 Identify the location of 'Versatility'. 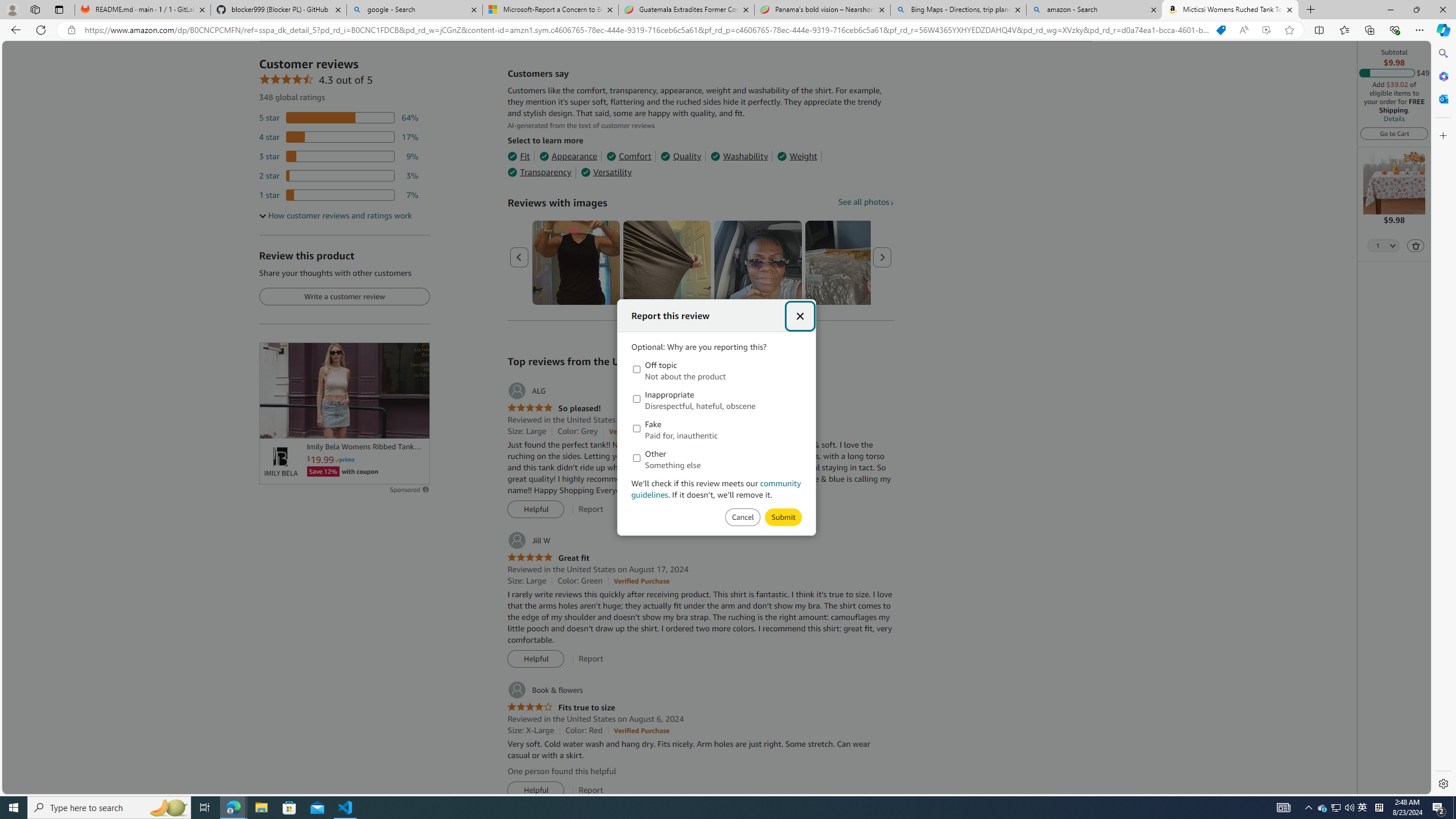
(605, 172).